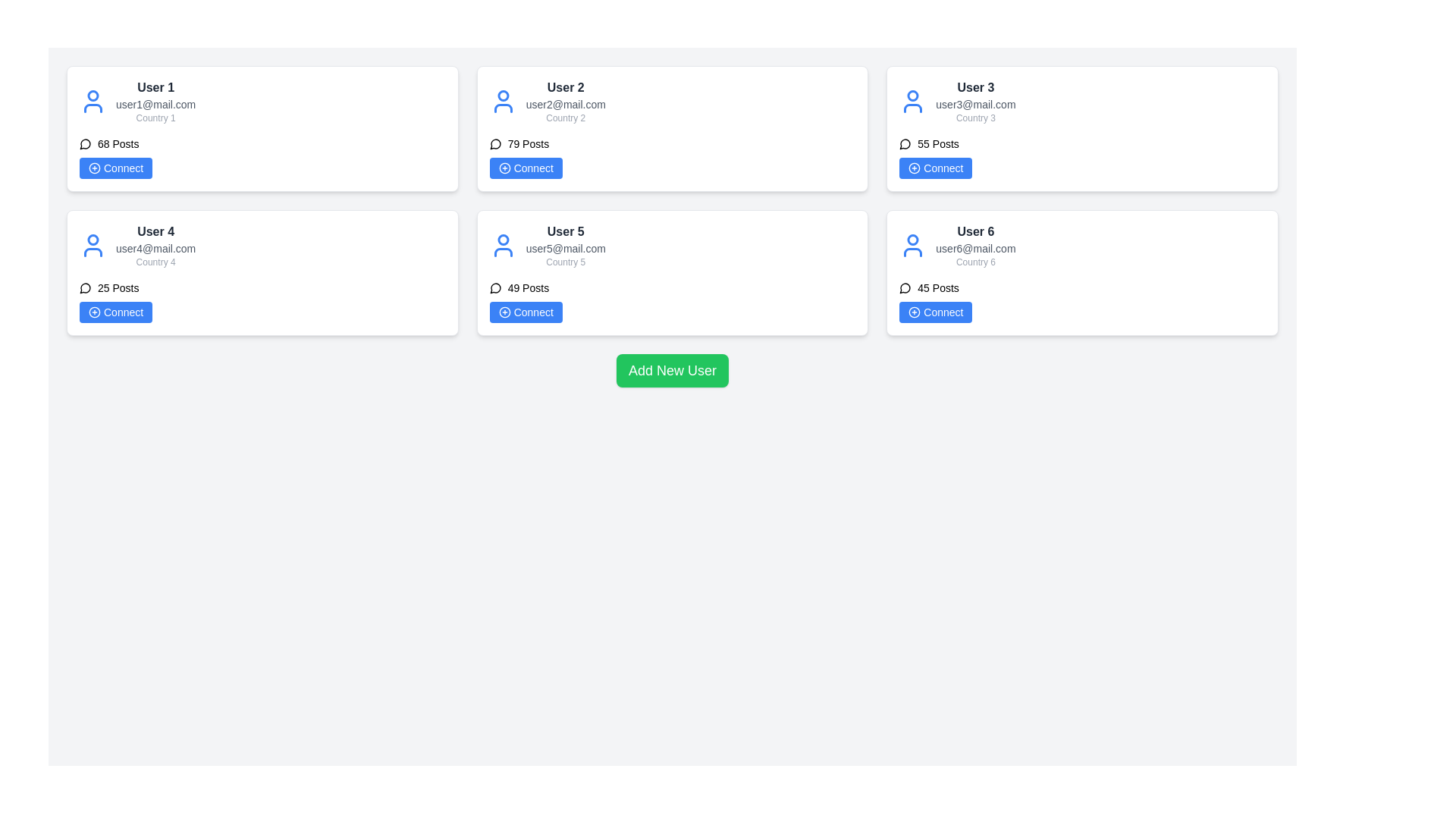 This screenshot has width=1456, height=819. Describe the element at coordinates (504, 168) in the screenshot. I see `the circular icon with a plus sign inside it, located to the left of the 'Connect' text` at that location.